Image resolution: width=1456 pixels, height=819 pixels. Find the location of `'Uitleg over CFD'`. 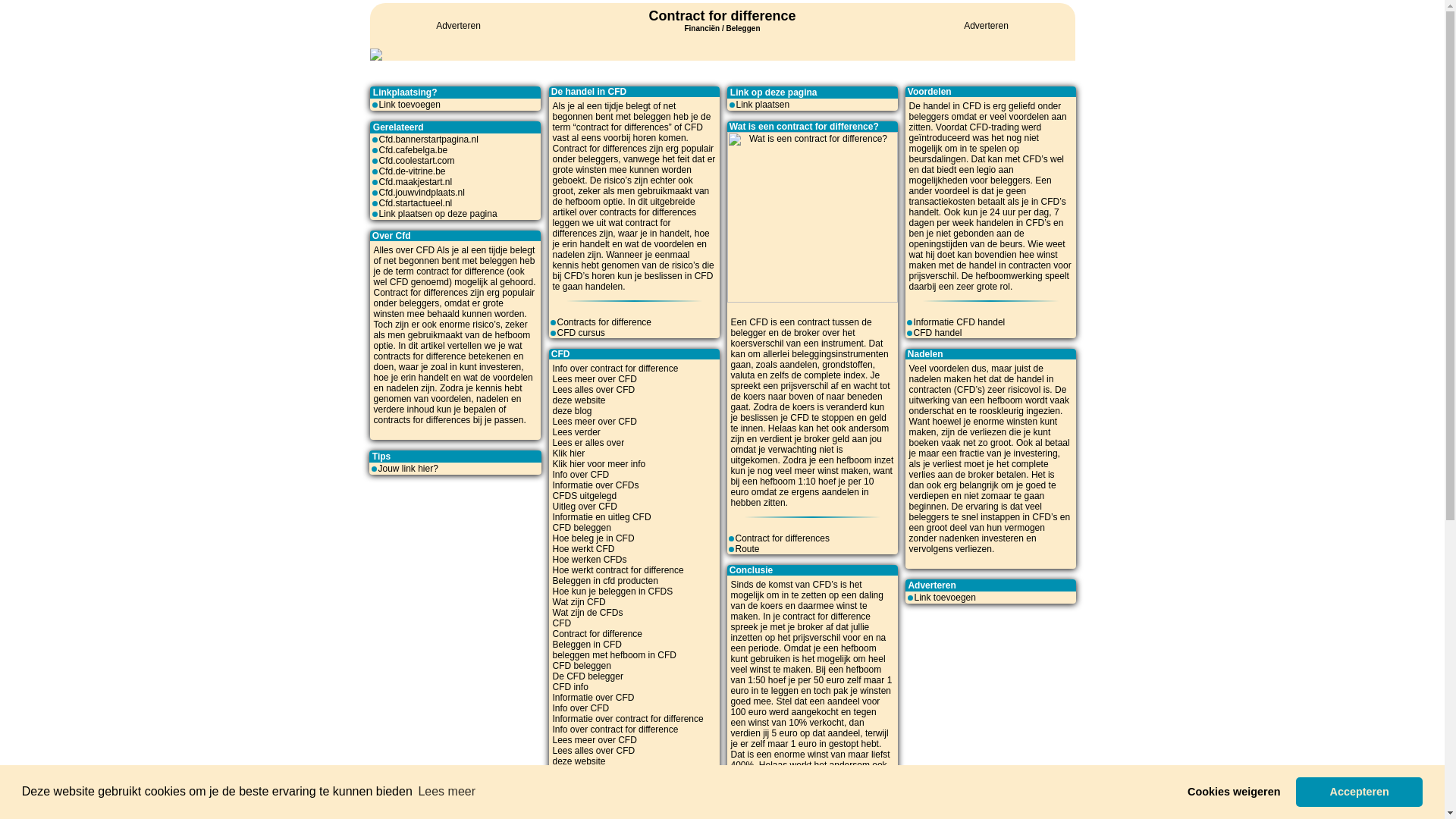

'Uitleg over CFD' is located at coordinates (583, 506).